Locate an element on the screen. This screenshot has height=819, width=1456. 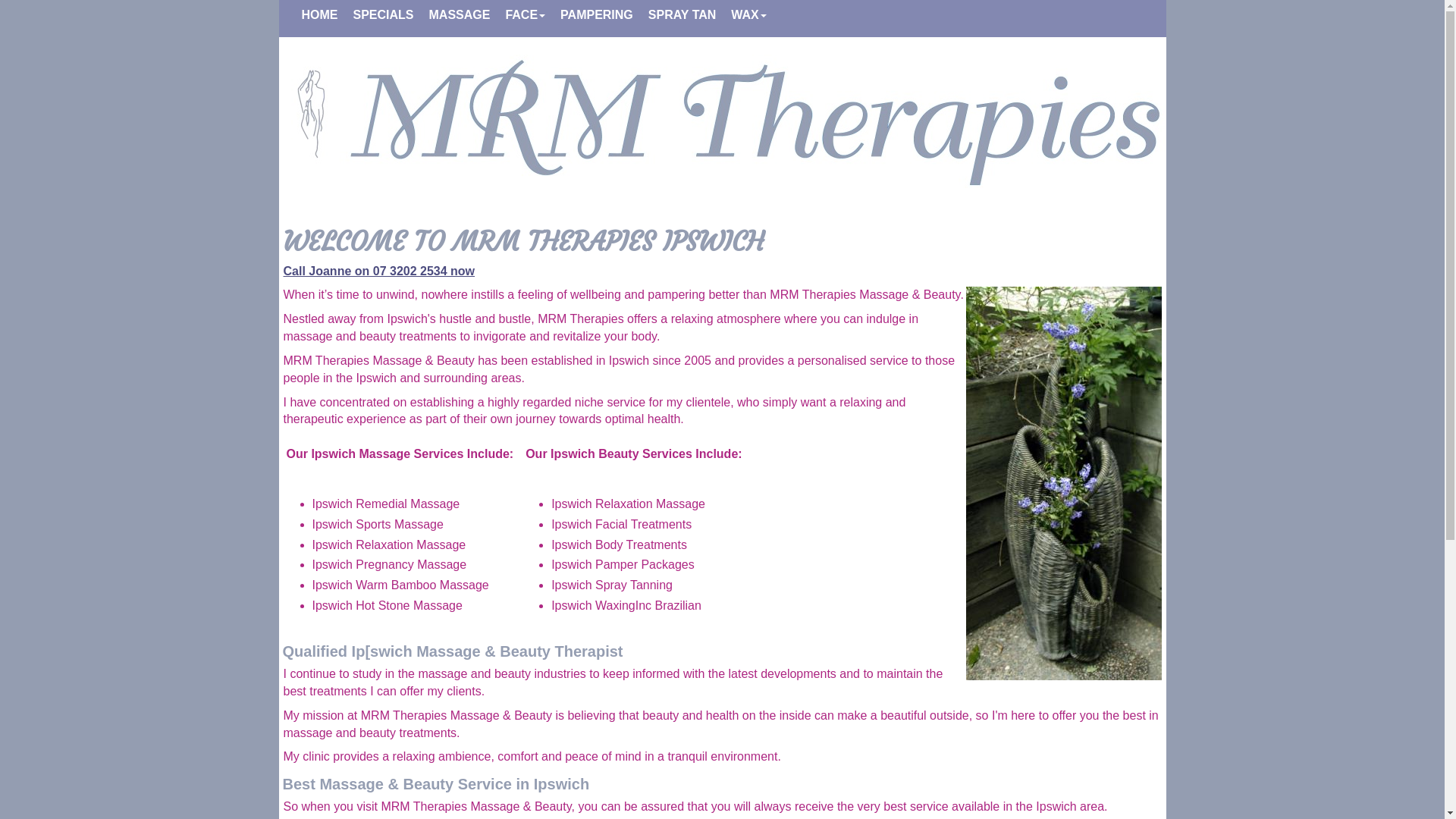
'WAX' is located at coordinates (748, 14).